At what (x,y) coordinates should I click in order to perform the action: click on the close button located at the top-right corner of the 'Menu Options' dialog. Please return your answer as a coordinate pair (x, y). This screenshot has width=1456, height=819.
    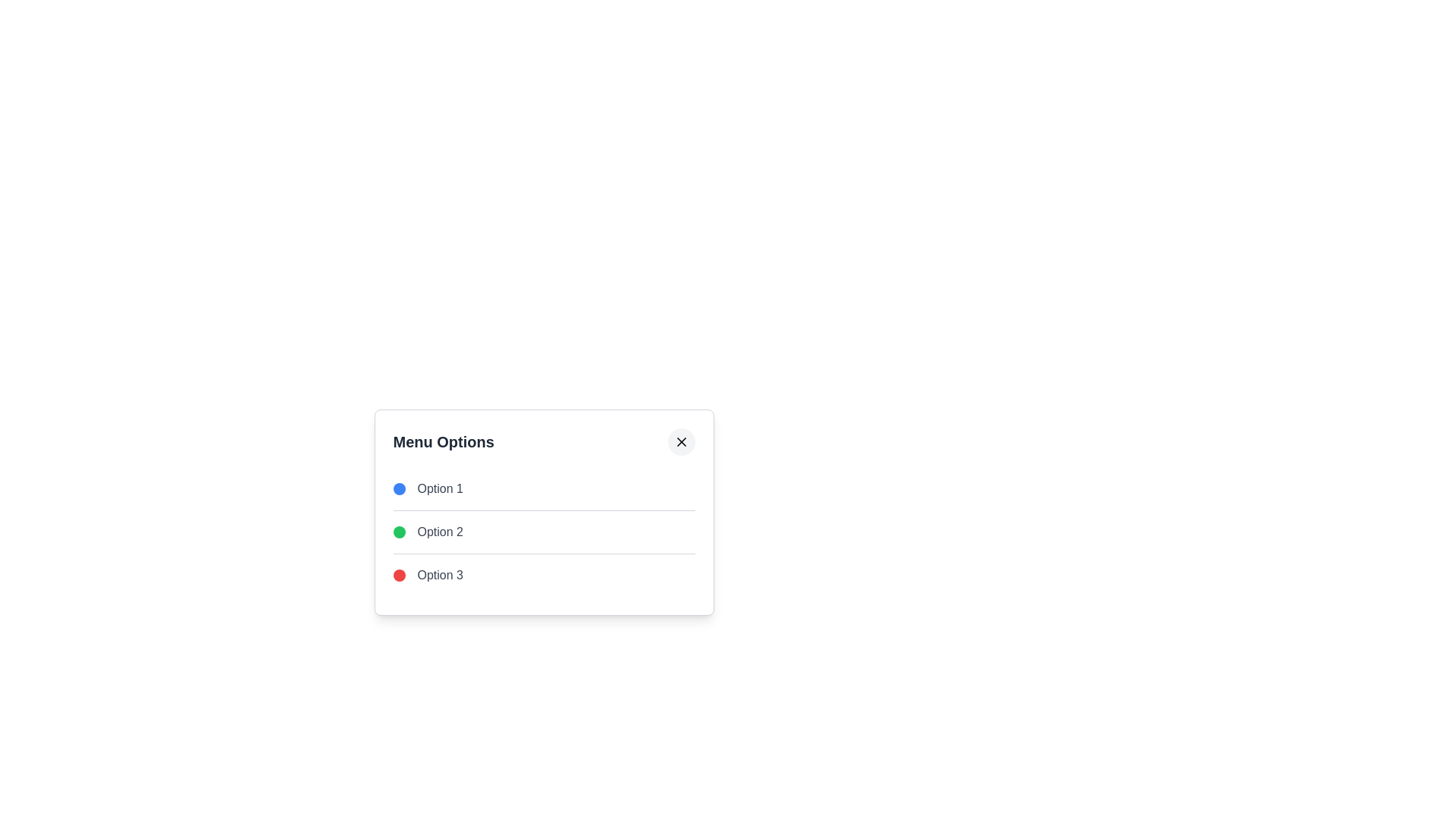
    Looking at the image, I should click on (680, 441).